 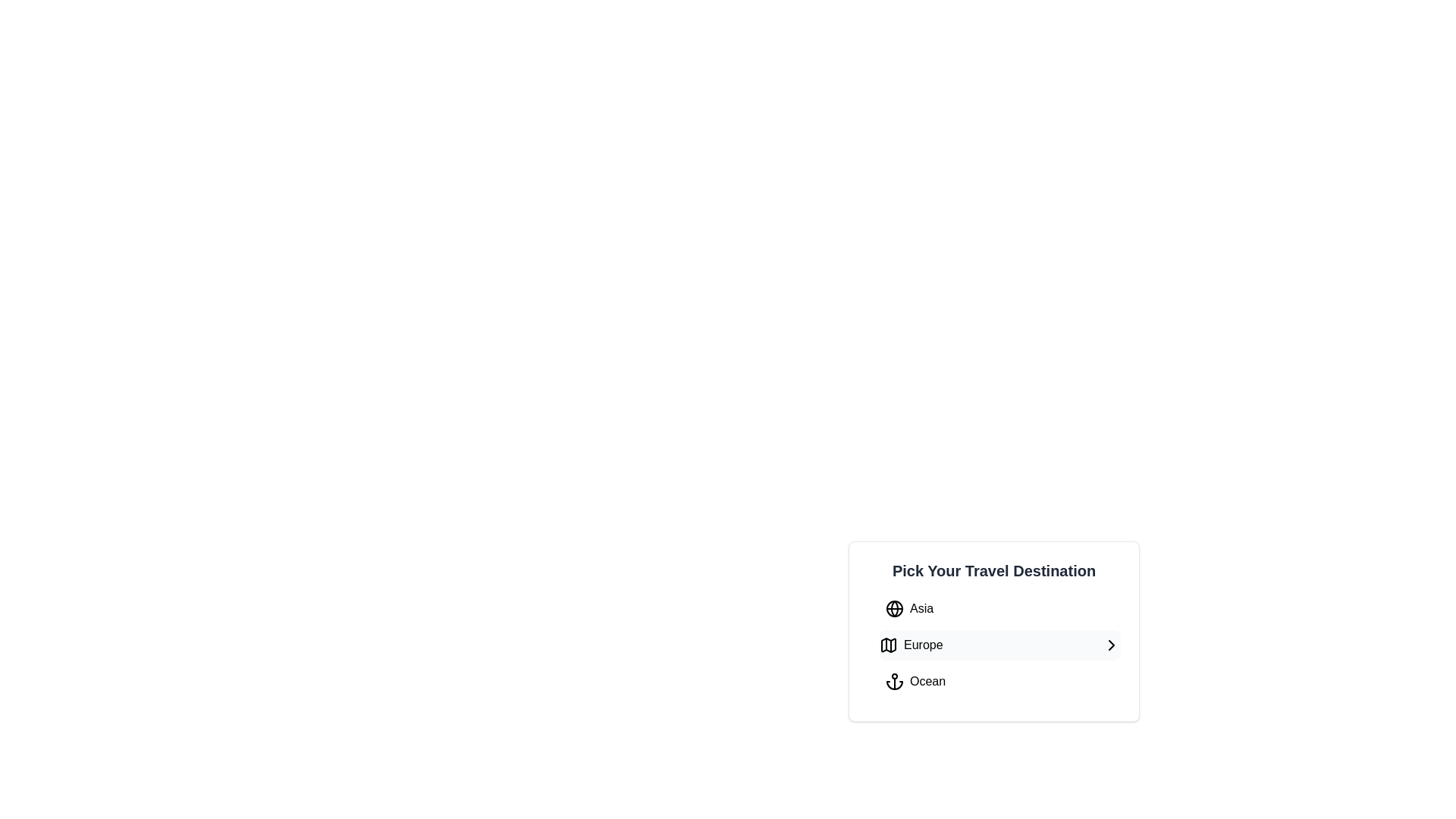 I want to click on the Europe icon in the travel destination selection menu, located directly left of the 'Europe' text, so click(x=888, y=645).